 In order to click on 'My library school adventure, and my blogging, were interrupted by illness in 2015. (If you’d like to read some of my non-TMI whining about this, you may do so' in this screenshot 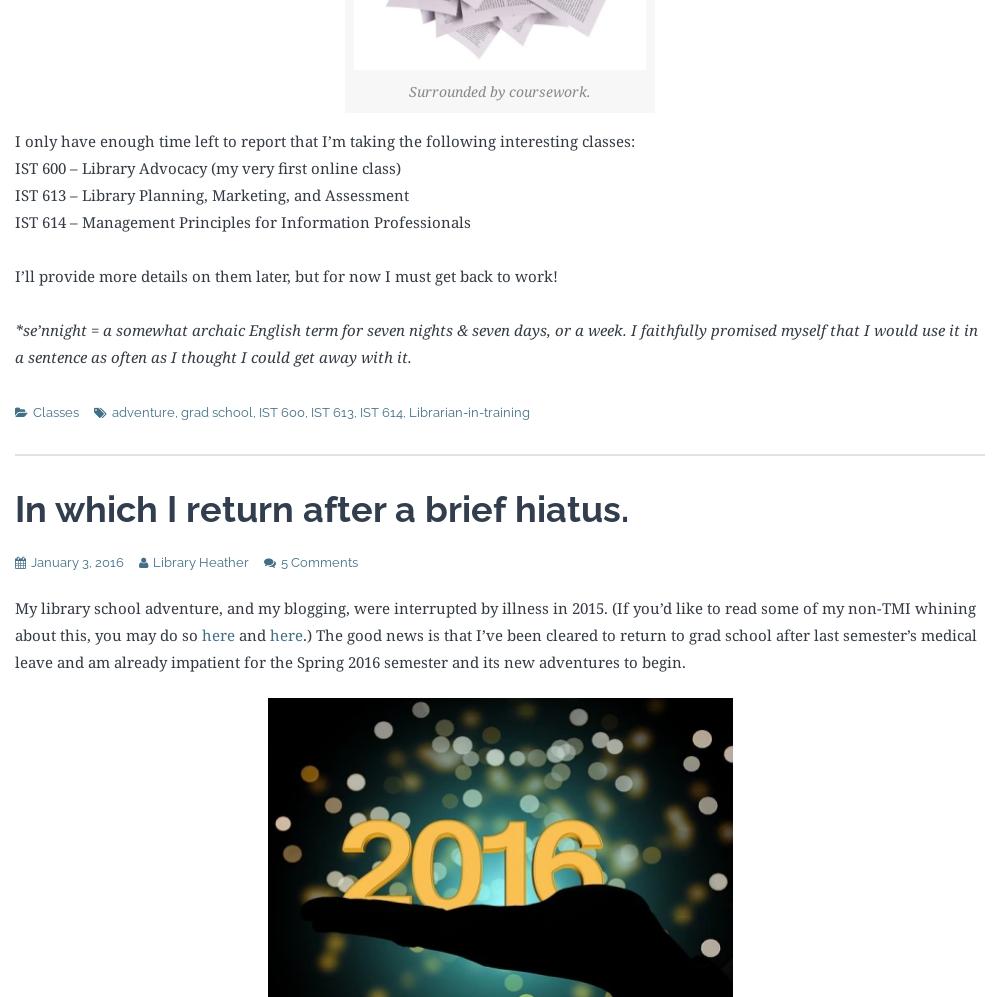, I will do `click(494, 619)`.